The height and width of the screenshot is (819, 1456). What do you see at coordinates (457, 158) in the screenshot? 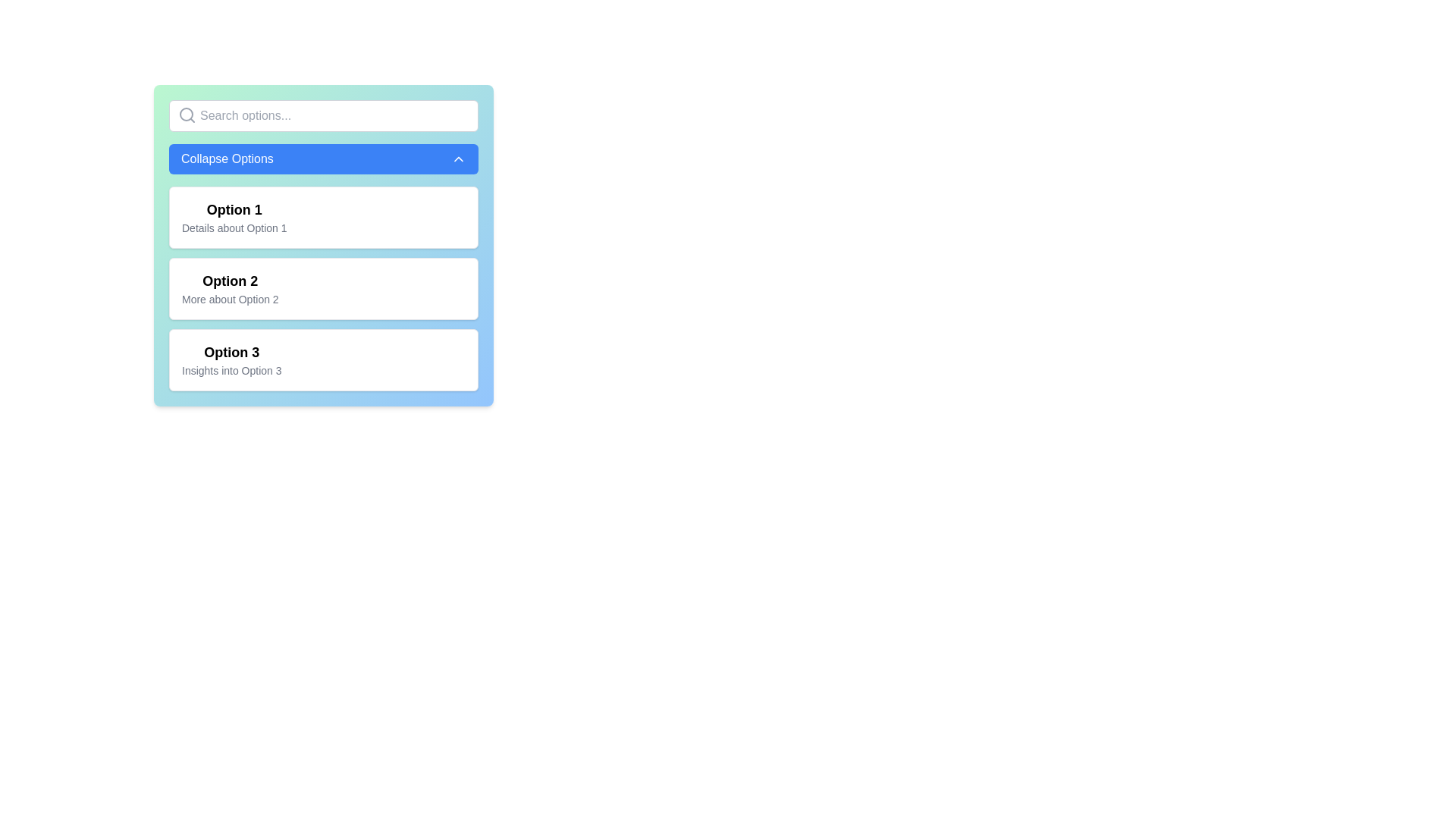
I see `the small upward-pointing chevron icon on the right side of the blue button labeled 'Collapse Options'` at bounding box center [457, 158].